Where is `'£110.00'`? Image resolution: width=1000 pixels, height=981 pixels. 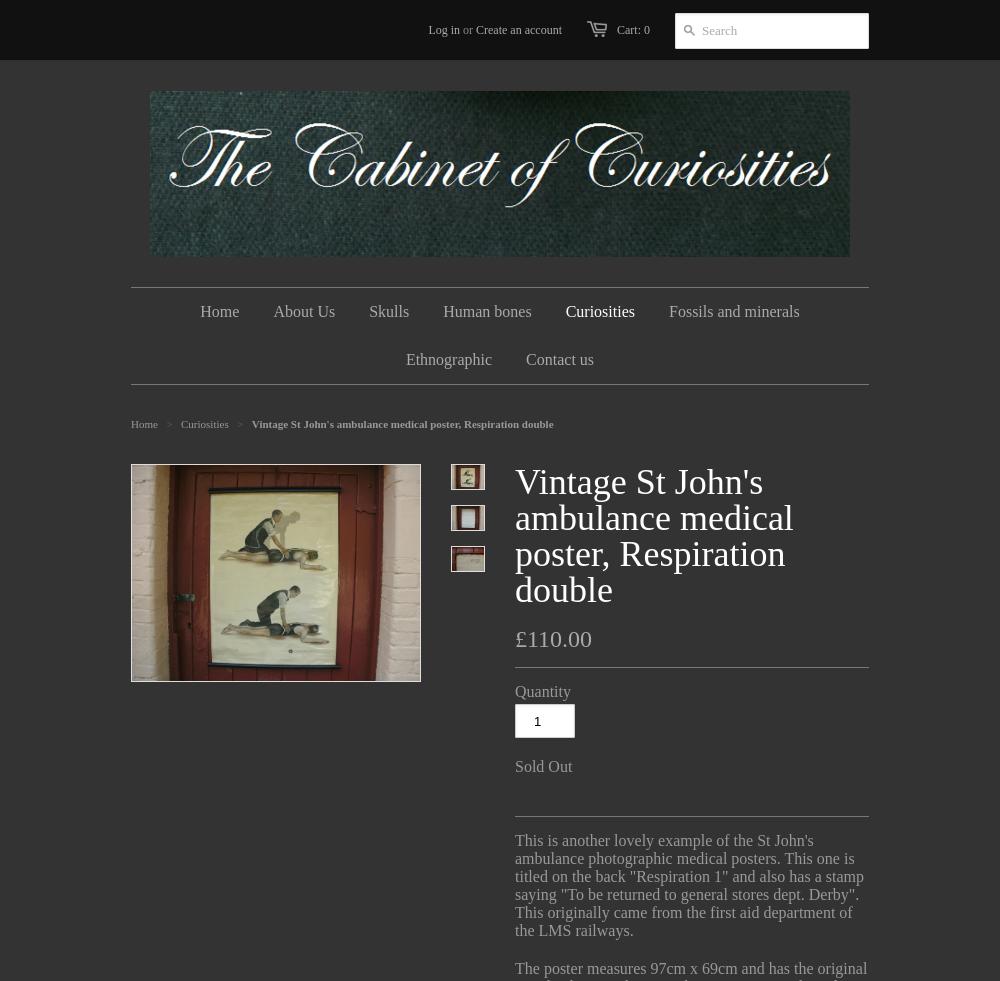
'£110.00' is located at coordinates (553, 639).